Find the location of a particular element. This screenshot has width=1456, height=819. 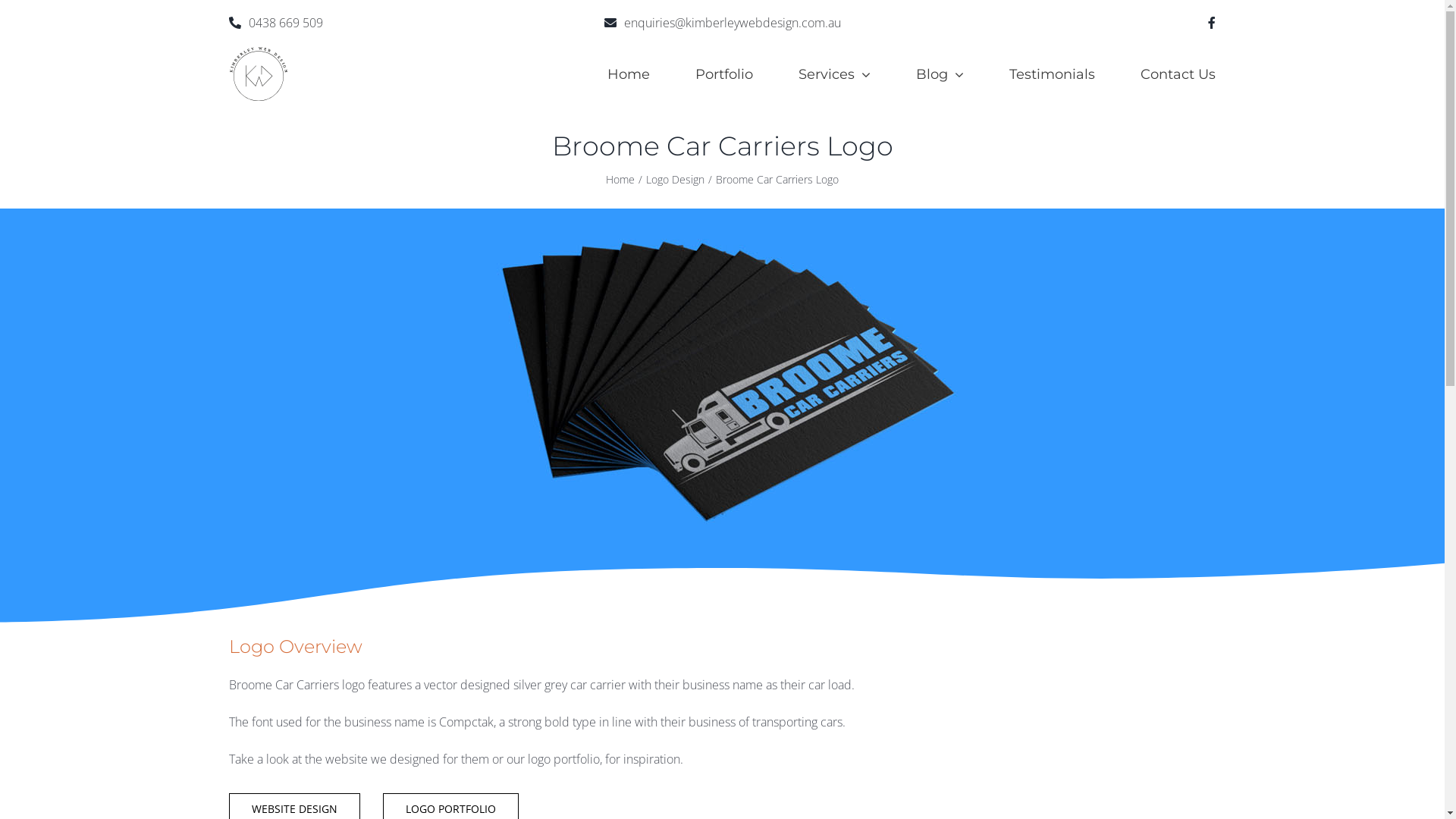

'Services' is located at coordinates (833, 74).